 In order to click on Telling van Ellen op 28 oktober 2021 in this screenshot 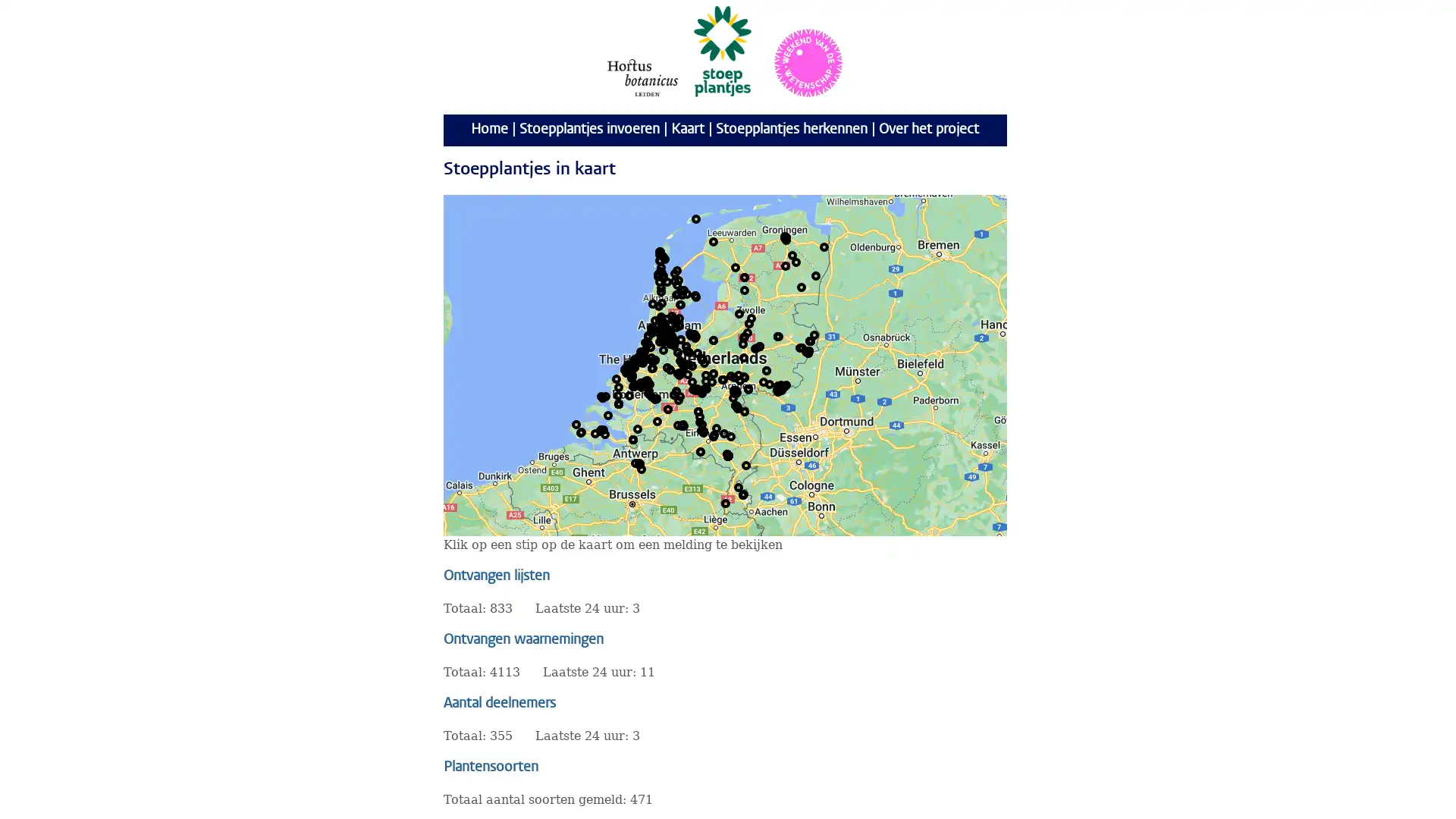, I will do `click(639, 461)`.